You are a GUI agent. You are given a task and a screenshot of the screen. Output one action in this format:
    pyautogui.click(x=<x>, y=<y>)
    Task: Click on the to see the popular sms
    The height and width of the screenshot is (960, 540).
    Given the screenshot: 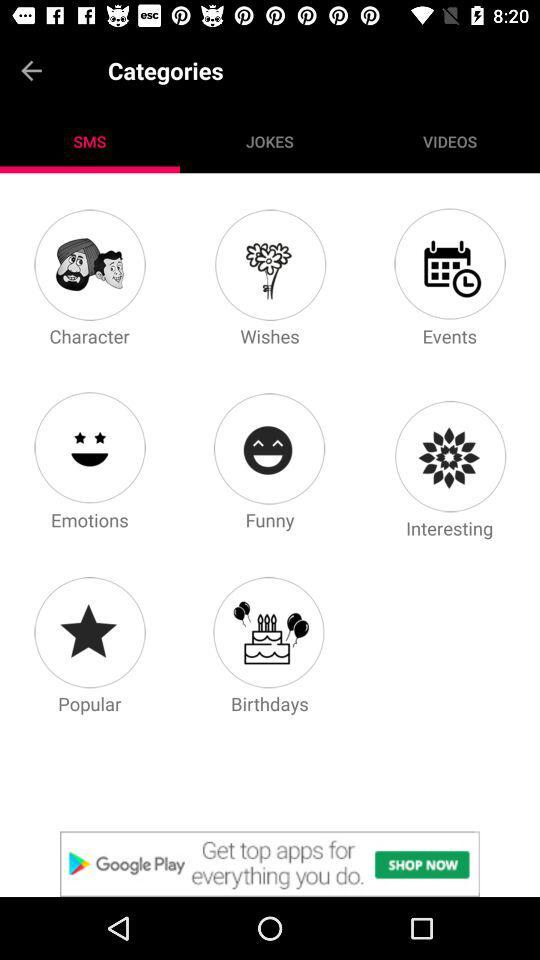 What is the action you would take?
    pyautogui.click(x=88, y=631)
    